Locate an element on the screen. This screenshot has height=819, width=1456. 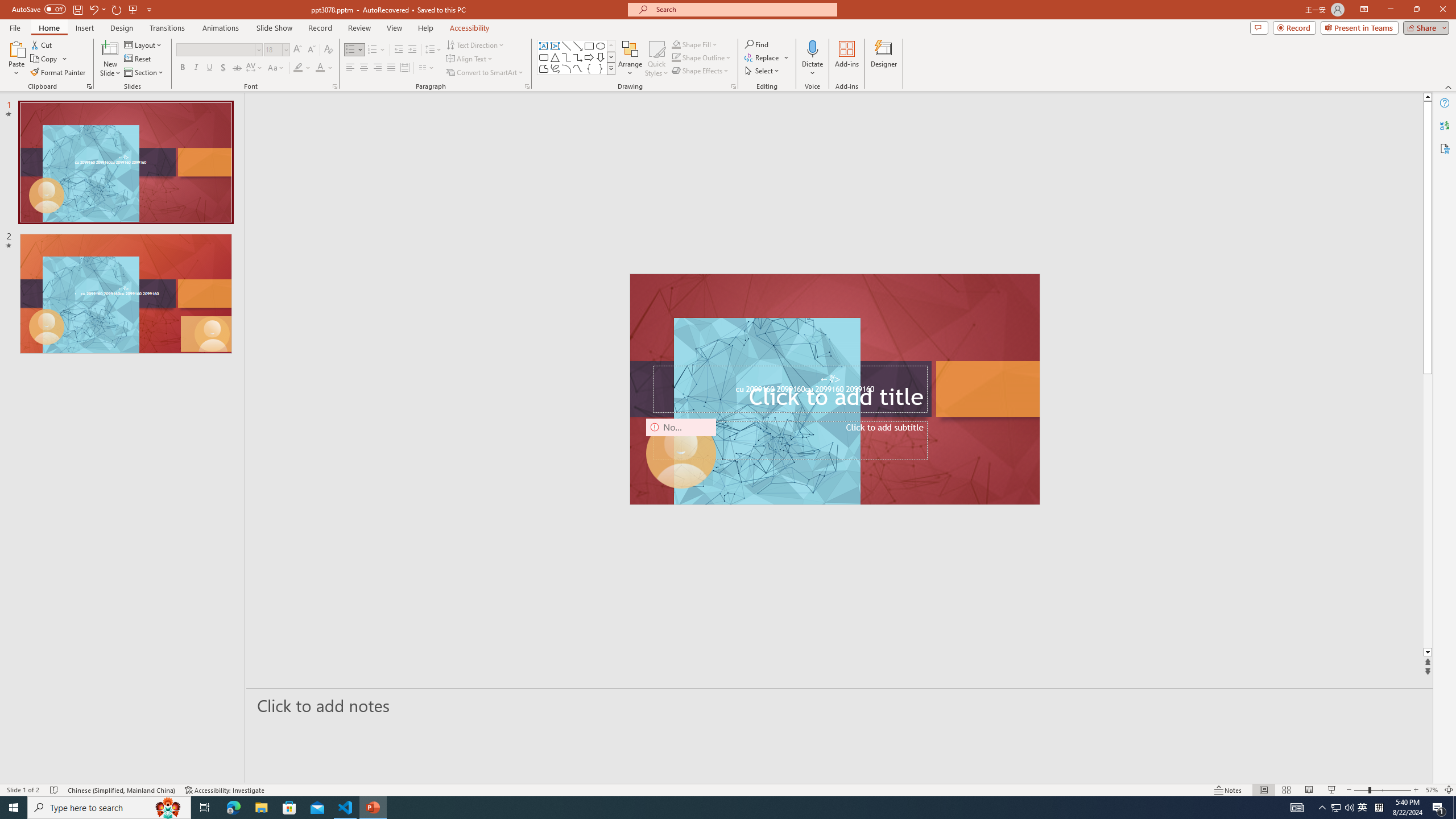
'Clear Formatting' is located at coordinates (328, 49).